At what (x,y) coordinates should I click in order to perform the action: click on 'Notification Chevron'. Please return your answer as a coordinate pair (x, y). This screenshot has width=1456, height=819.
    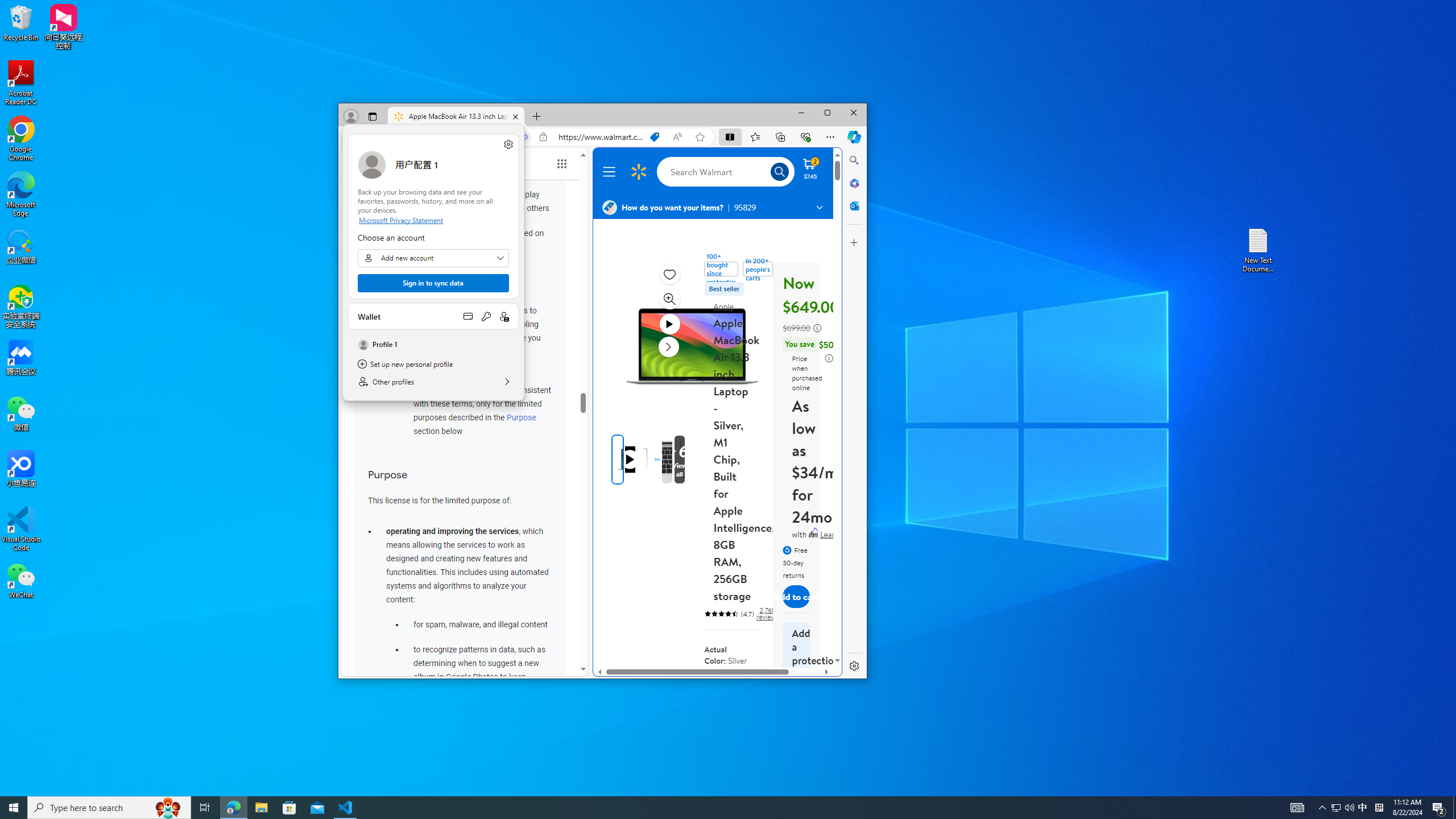
    Looking at the image, I should click on (1335, 806).